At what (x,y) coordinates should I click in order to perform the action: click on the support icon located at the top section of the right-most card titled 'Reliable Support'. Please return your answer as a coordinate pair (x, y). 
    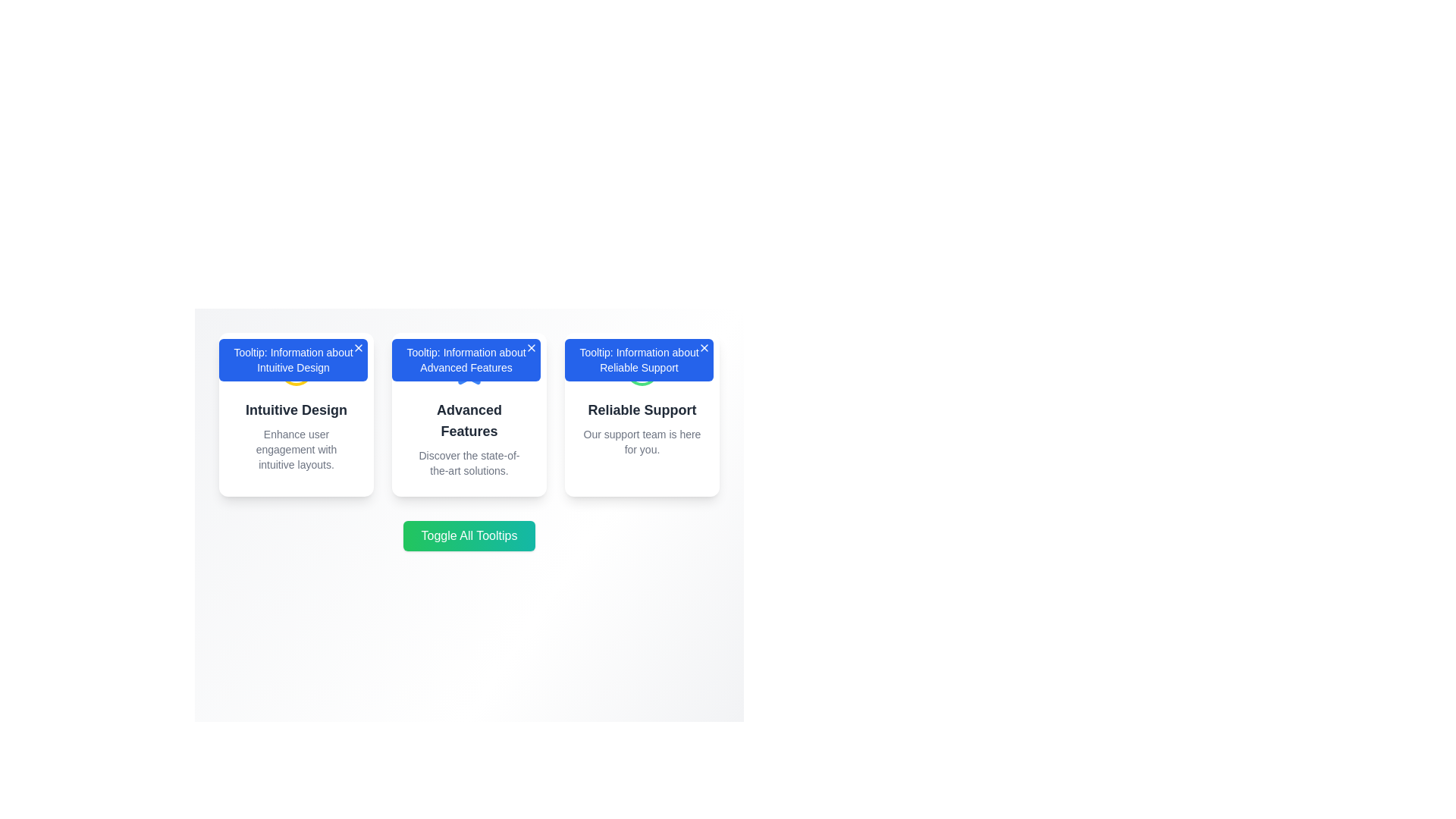
    Looking at the image, I should click on (642, 369).